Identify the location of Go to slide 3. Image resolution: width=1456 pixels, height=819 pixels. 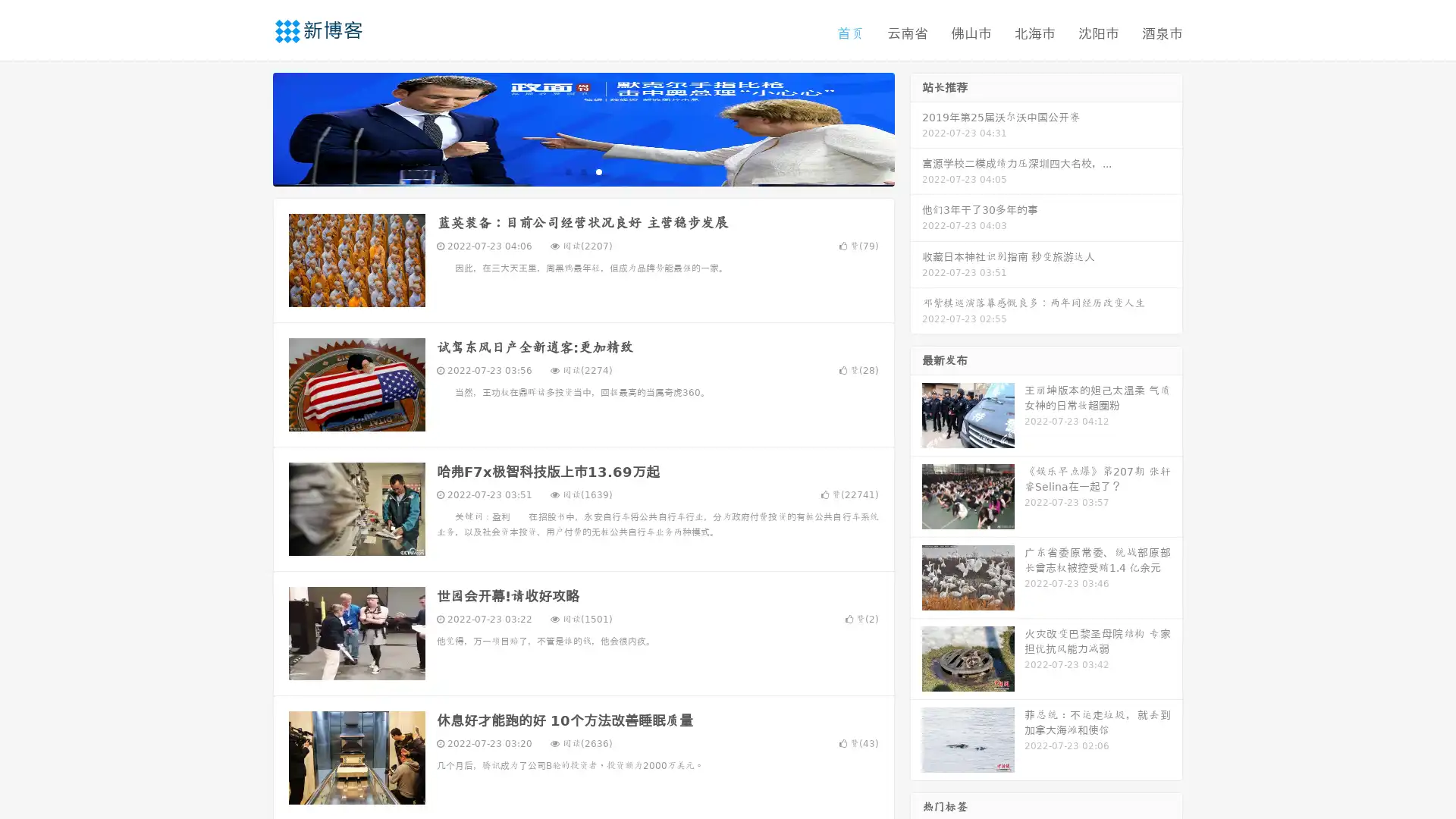
(598, 171).